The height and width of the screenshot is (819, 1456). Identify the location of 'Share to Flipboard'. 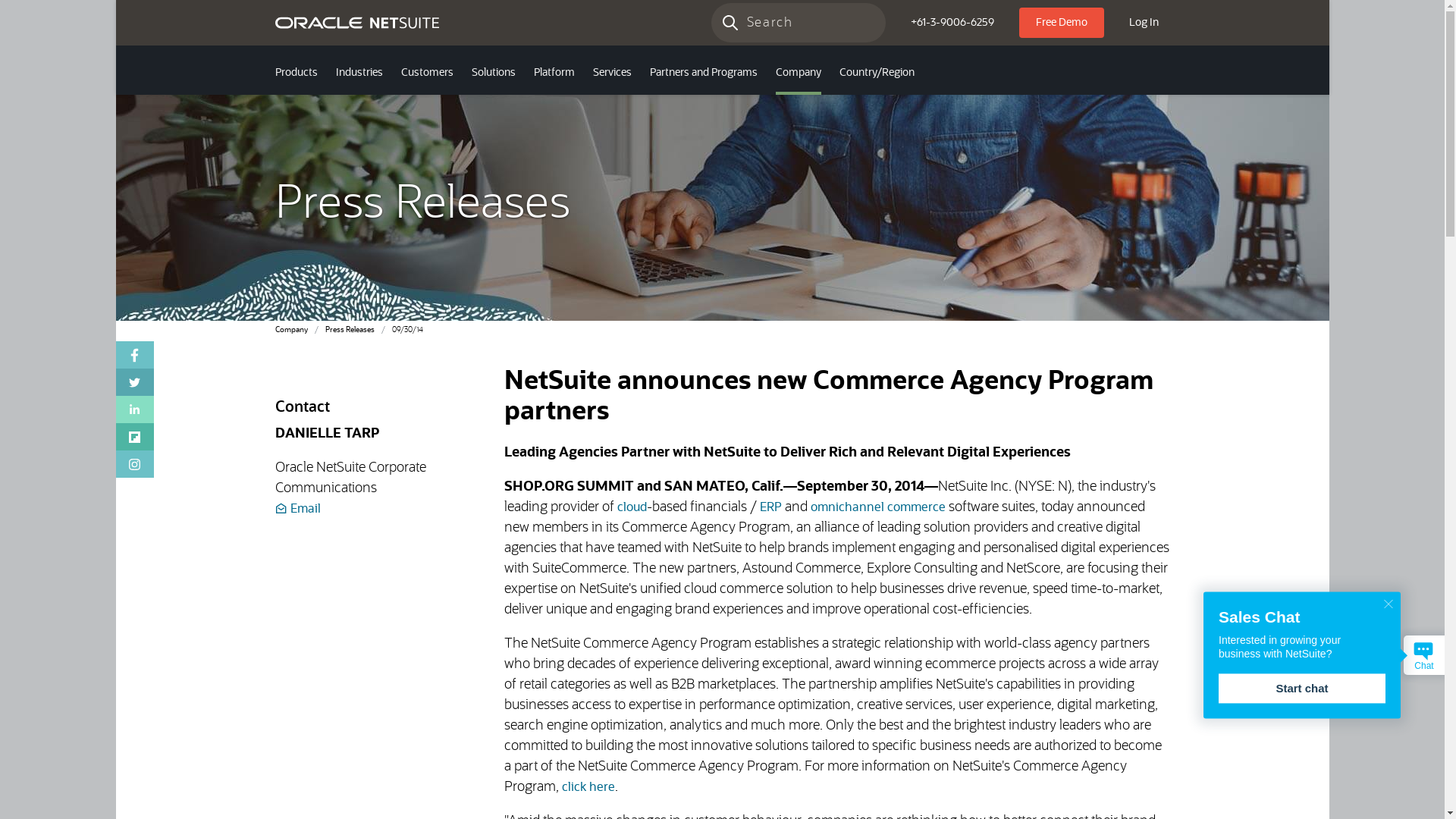
(134, 436).